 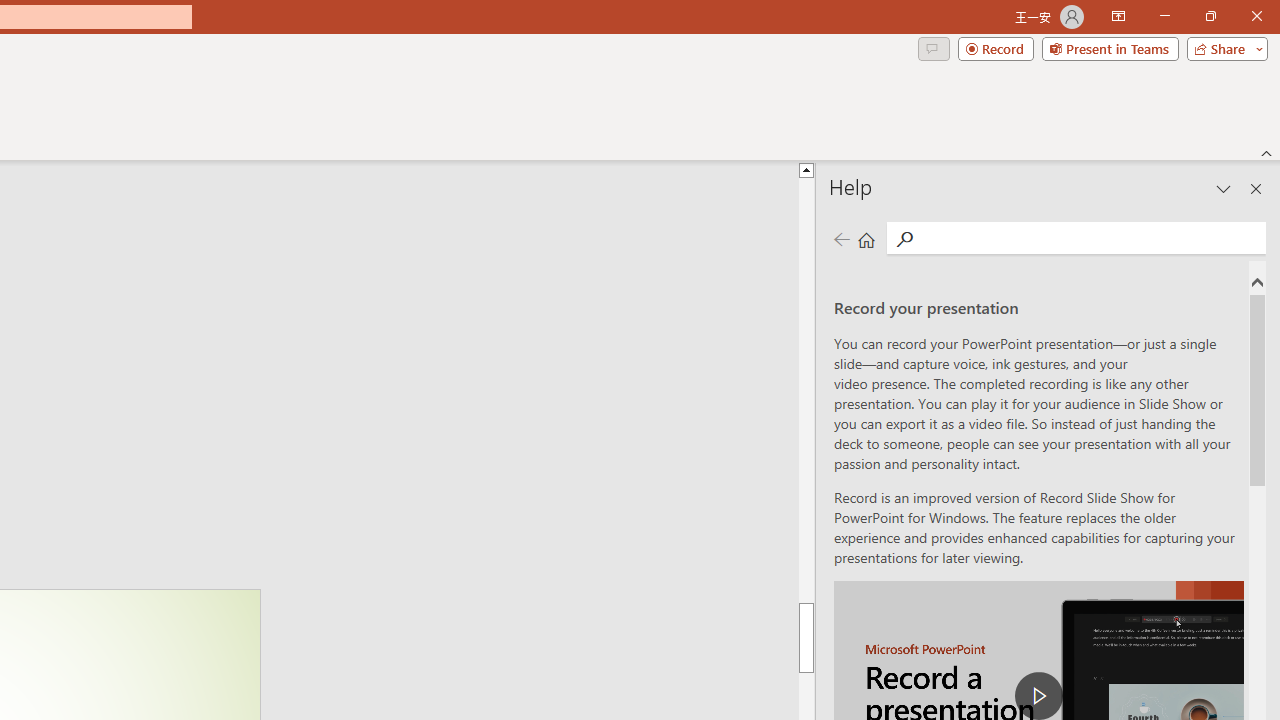 What do you see at coordinates (1266, 152) in the screenshot?
I see `'Collapse the Ribbon'` at bounding box center [1266, 152].